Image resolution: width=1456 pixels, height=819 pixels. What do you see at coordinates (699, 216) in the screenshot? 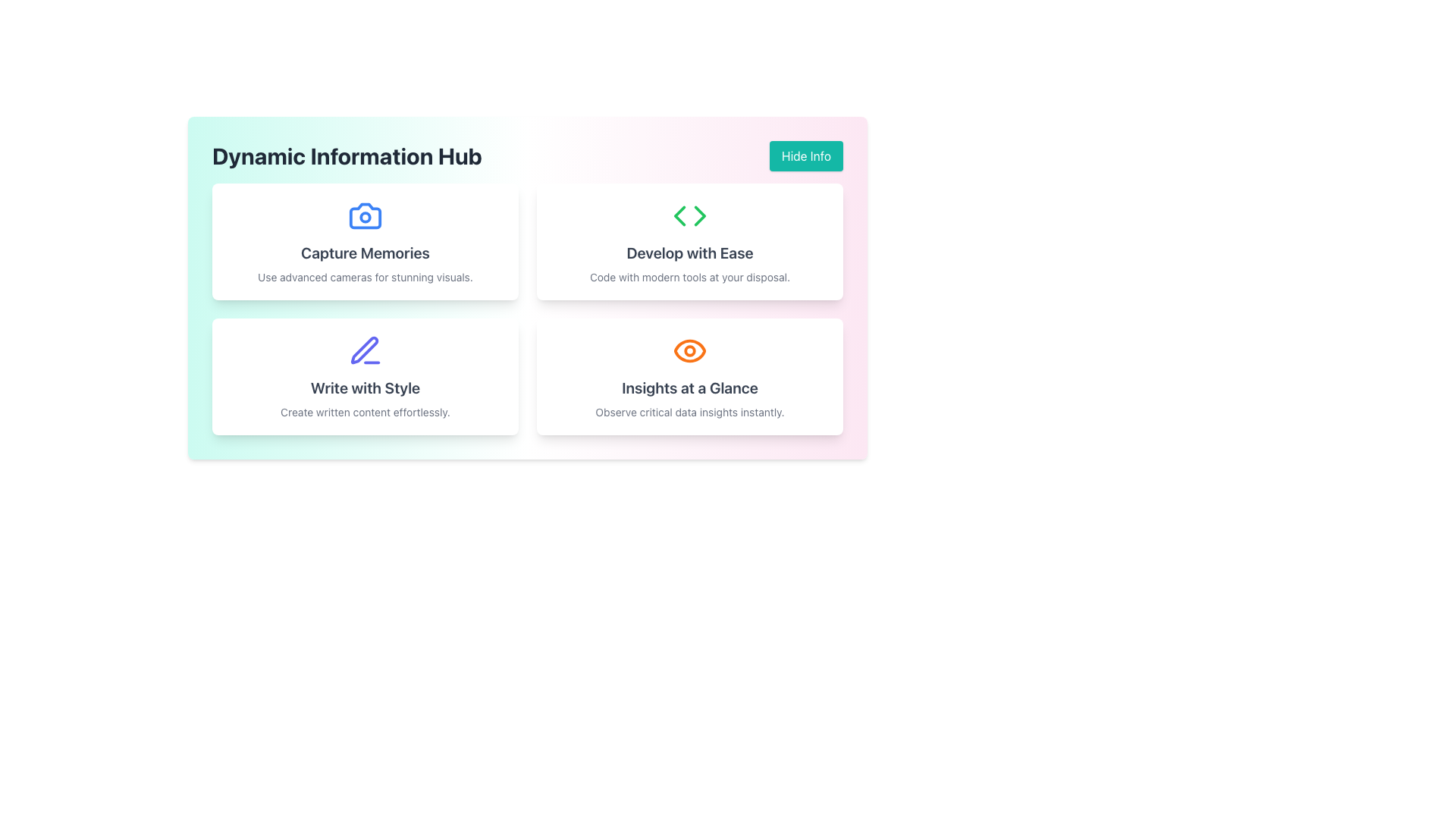
I see `the green right arrow icon, which is part of the 'Develop with Ease' section and positioned to the right of the left arrow` at bounding box center [699, 216].